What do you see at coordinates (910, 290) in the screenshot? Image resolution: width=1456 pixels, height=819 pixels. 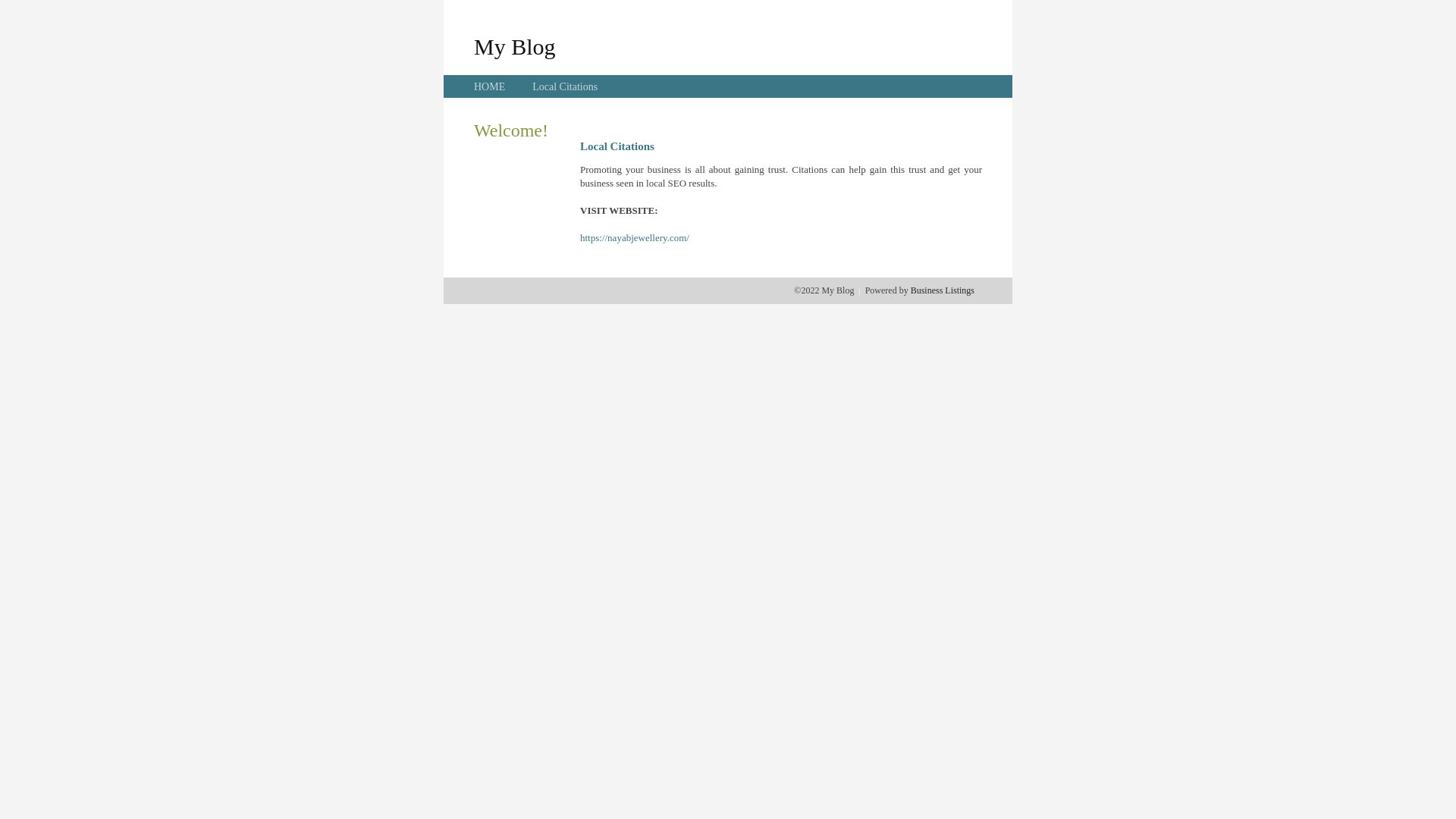 I see `'Business Listings'` at bounding box center [910, 290].